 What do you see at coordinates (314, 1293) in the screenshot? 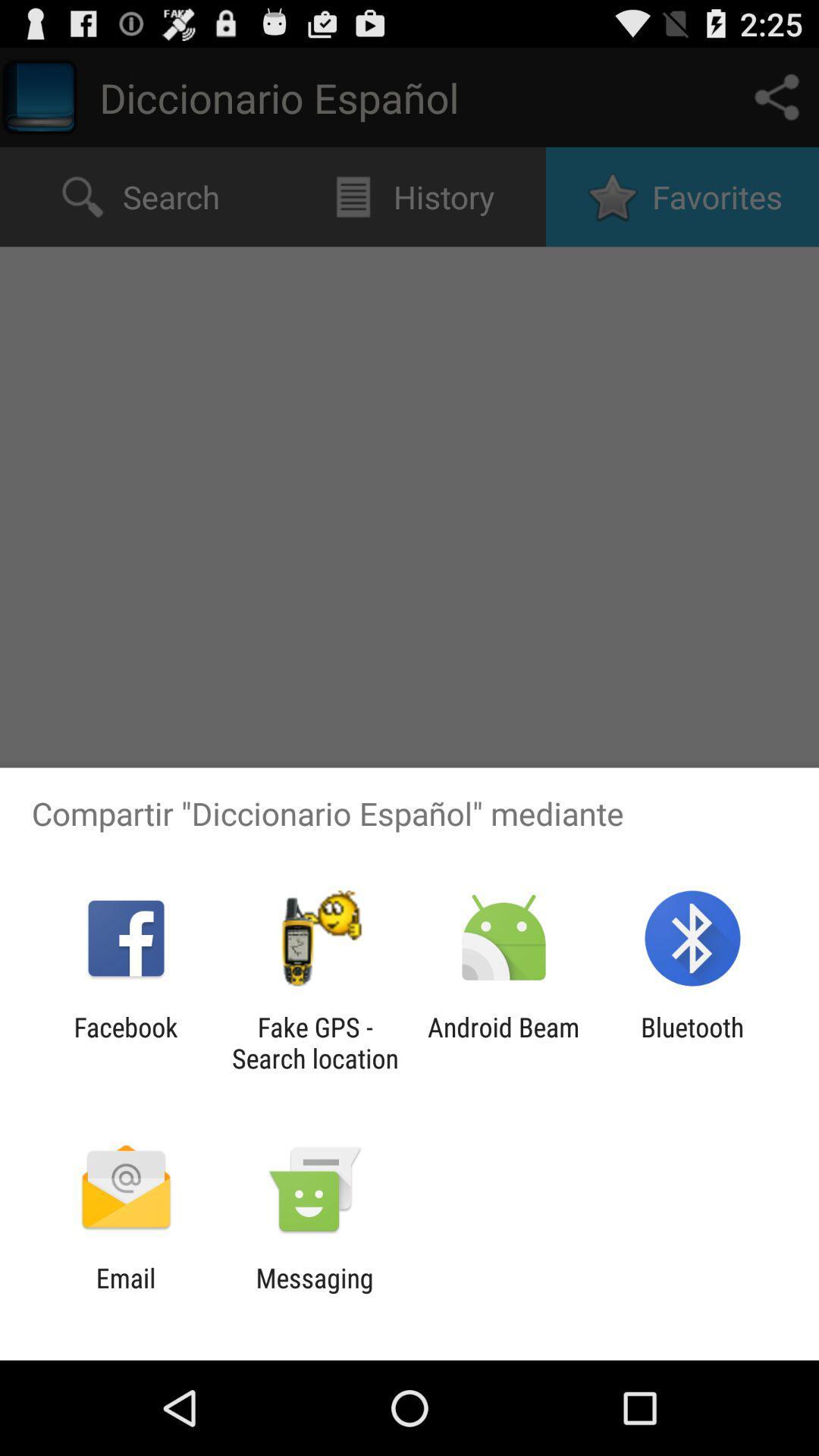
I see `messaging icon` at bounding box center [314, 1293].